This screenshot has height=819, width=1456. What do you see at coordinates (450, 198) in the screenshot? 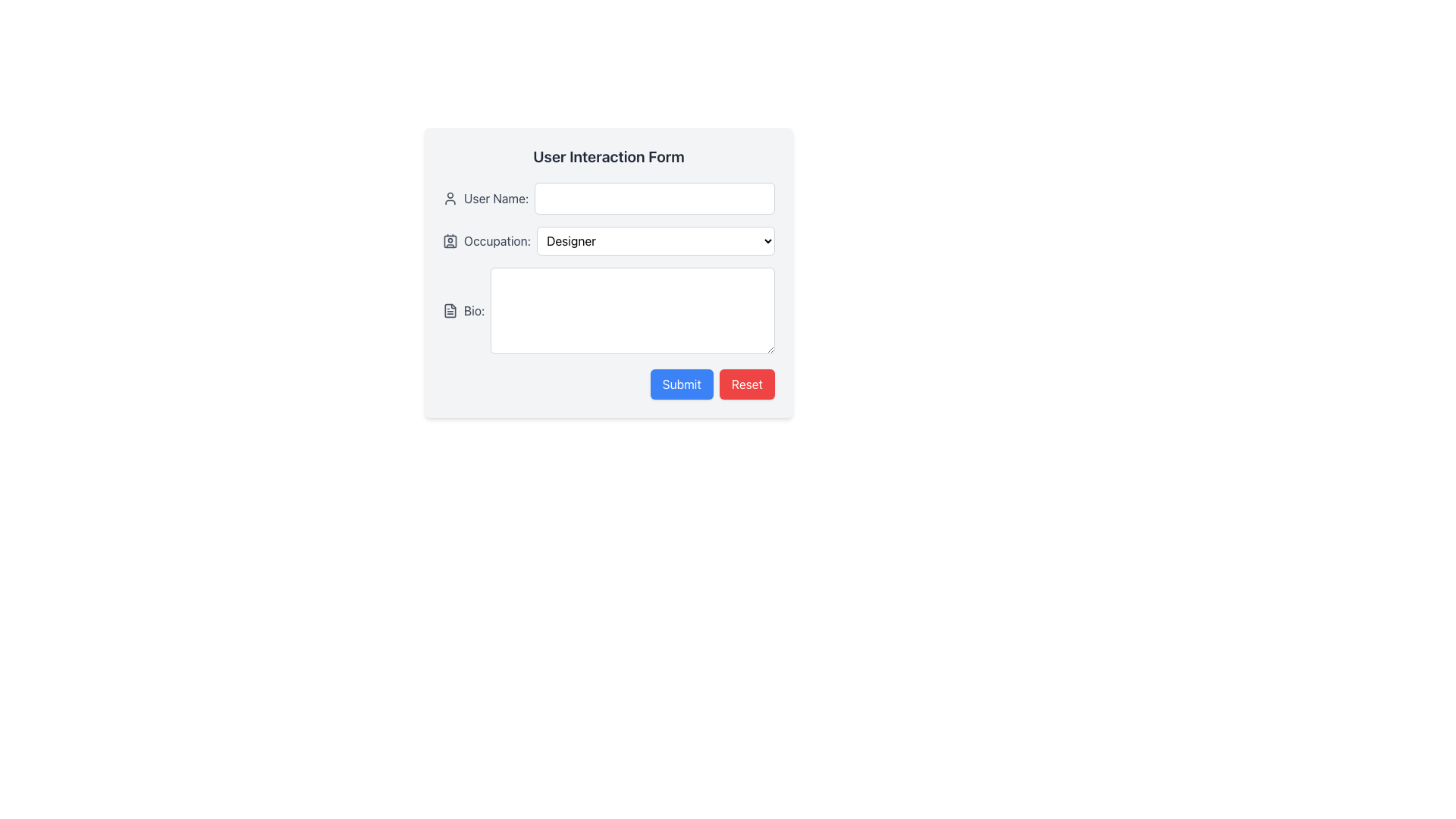
I see `the user profile icon, which is a gray circular head above a curved body outline, located to the left of the 'User Name:' label in the form layout` at bounding box center [450, 198].